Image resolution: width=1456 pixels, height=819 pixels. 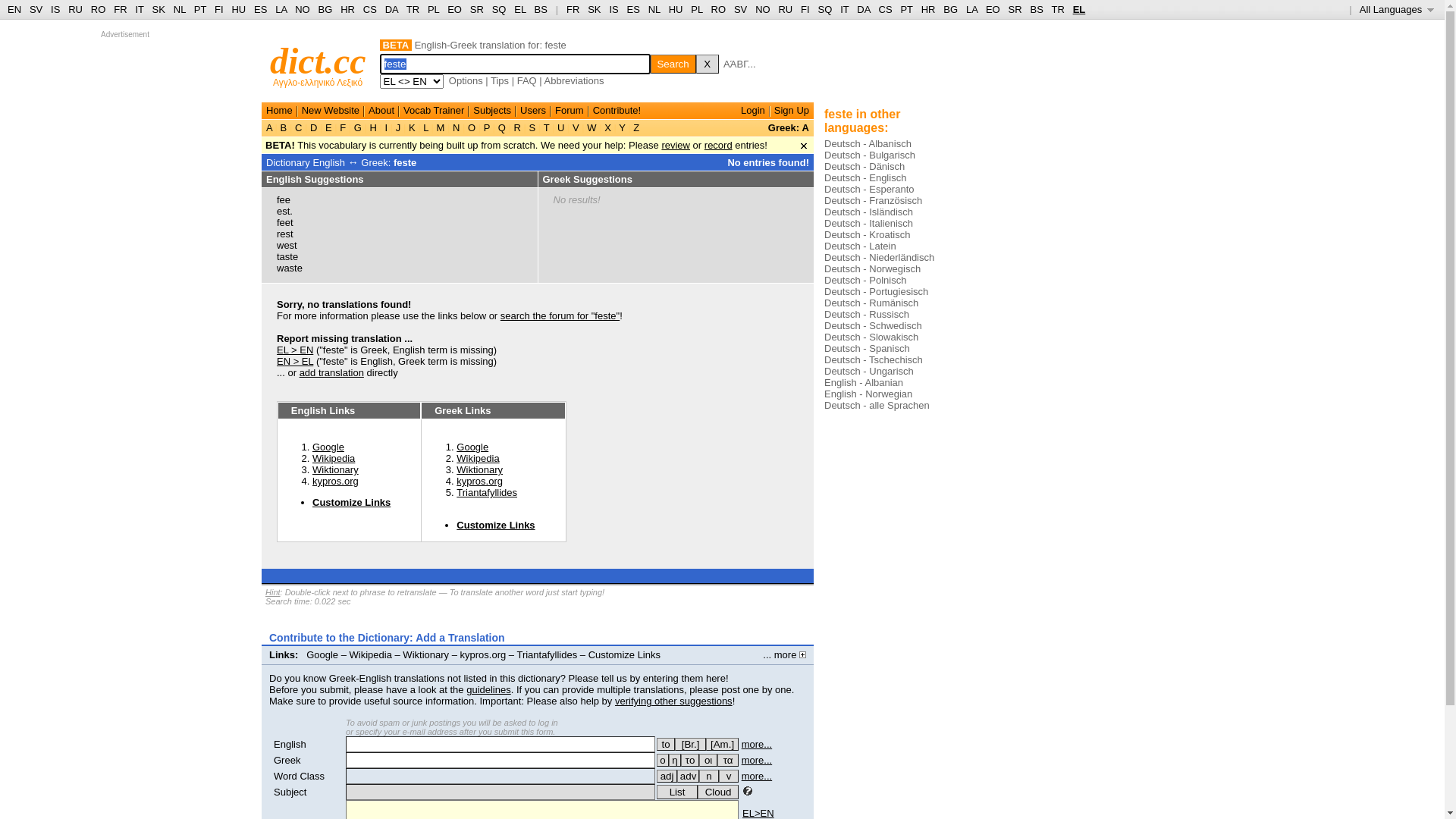 What do you see at coordinates (532, 127) in the screenshot?
I see `'S'` at bounding box center [532, 127].